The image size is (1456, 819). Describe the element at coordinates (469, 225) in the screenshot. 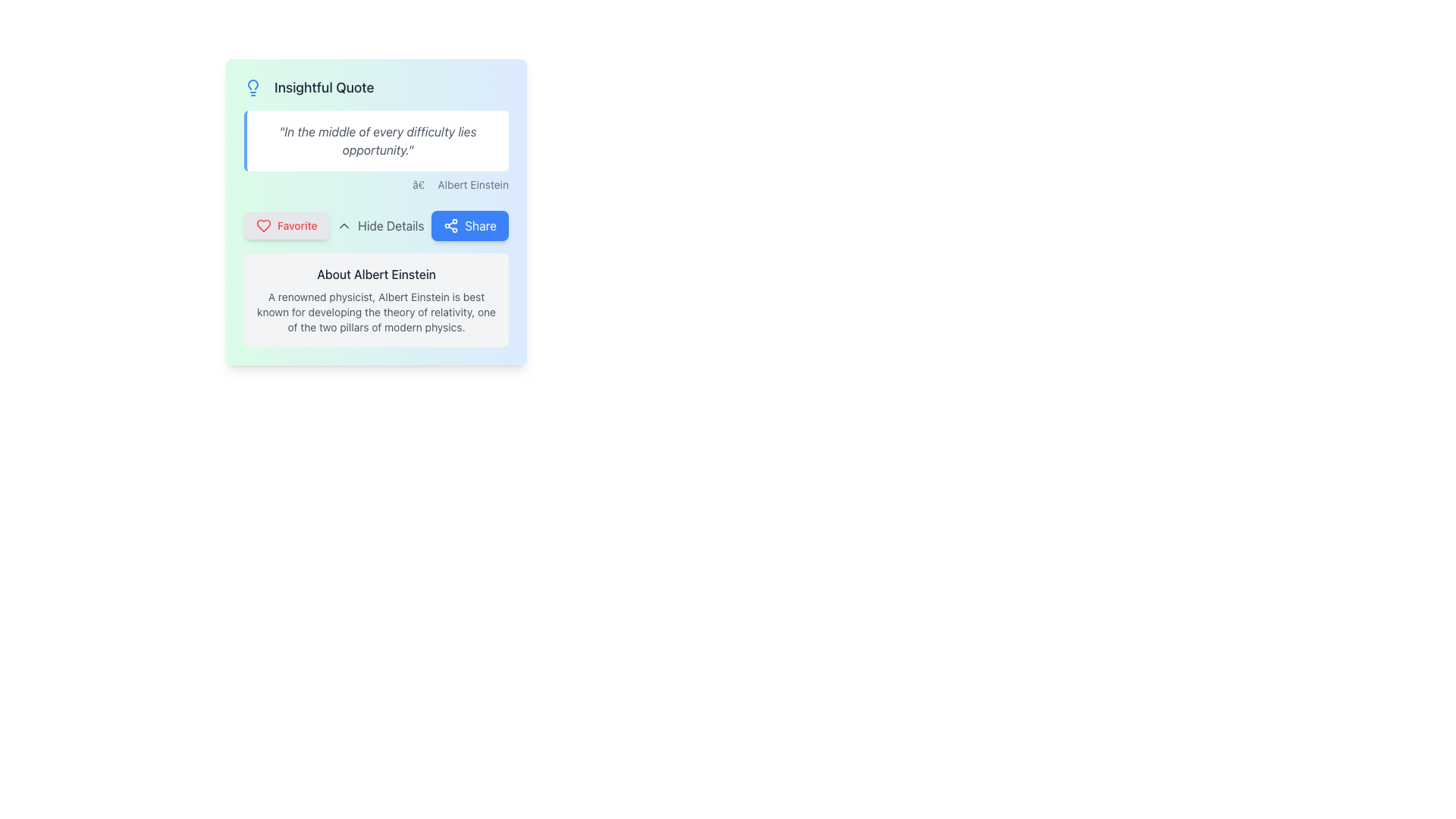

I see `the rounded rectangular blue 'Share' button` at that location.